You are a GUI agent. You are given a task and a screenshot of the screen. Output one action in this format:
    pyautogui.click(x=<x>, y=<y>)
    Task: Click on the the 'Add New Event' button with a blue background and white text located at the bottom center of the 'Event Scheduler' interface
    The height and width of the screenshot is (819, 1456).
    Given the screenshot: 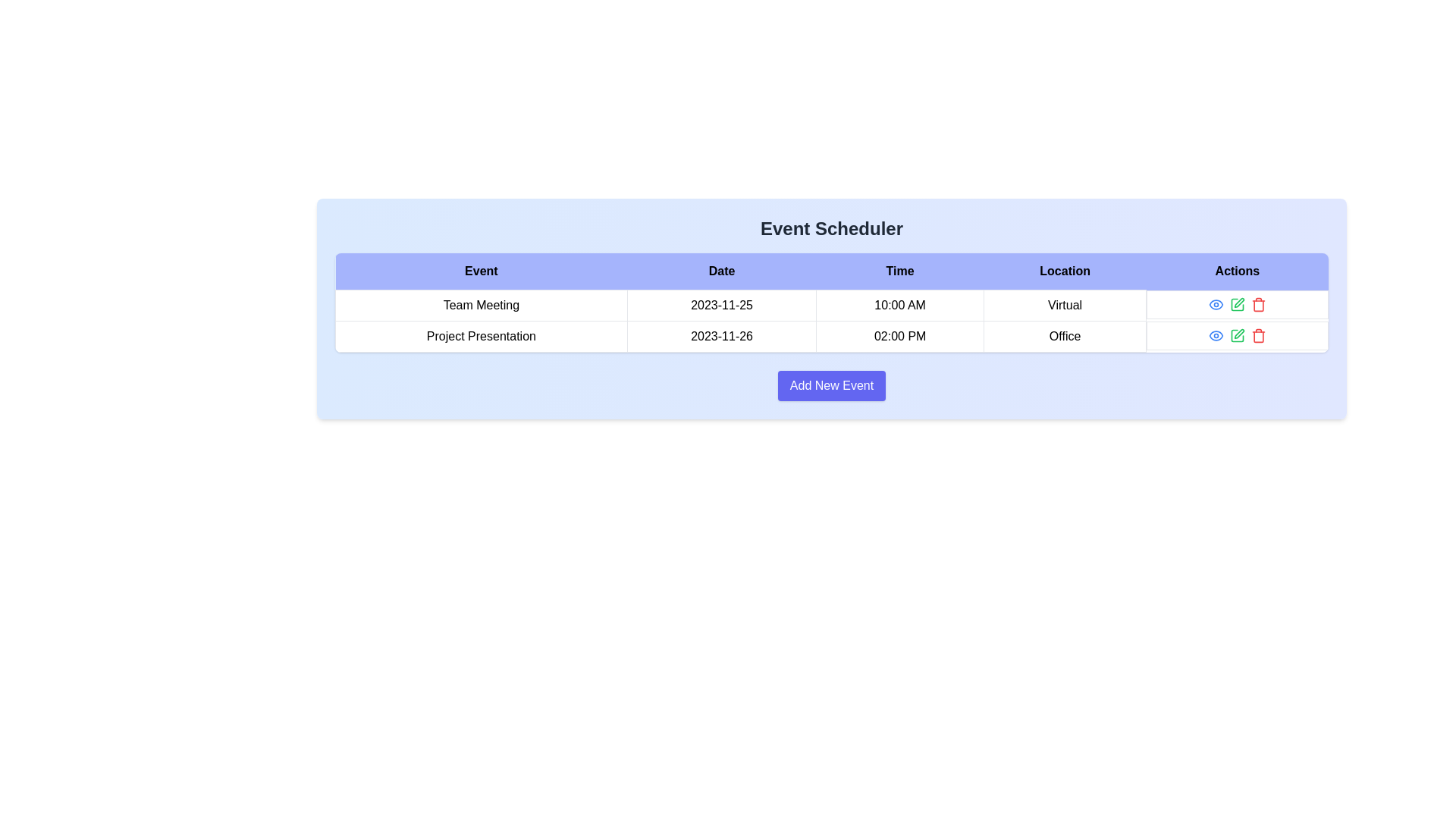 What is the action you would take?
    pyautogui.click(x=831, y=385)
    